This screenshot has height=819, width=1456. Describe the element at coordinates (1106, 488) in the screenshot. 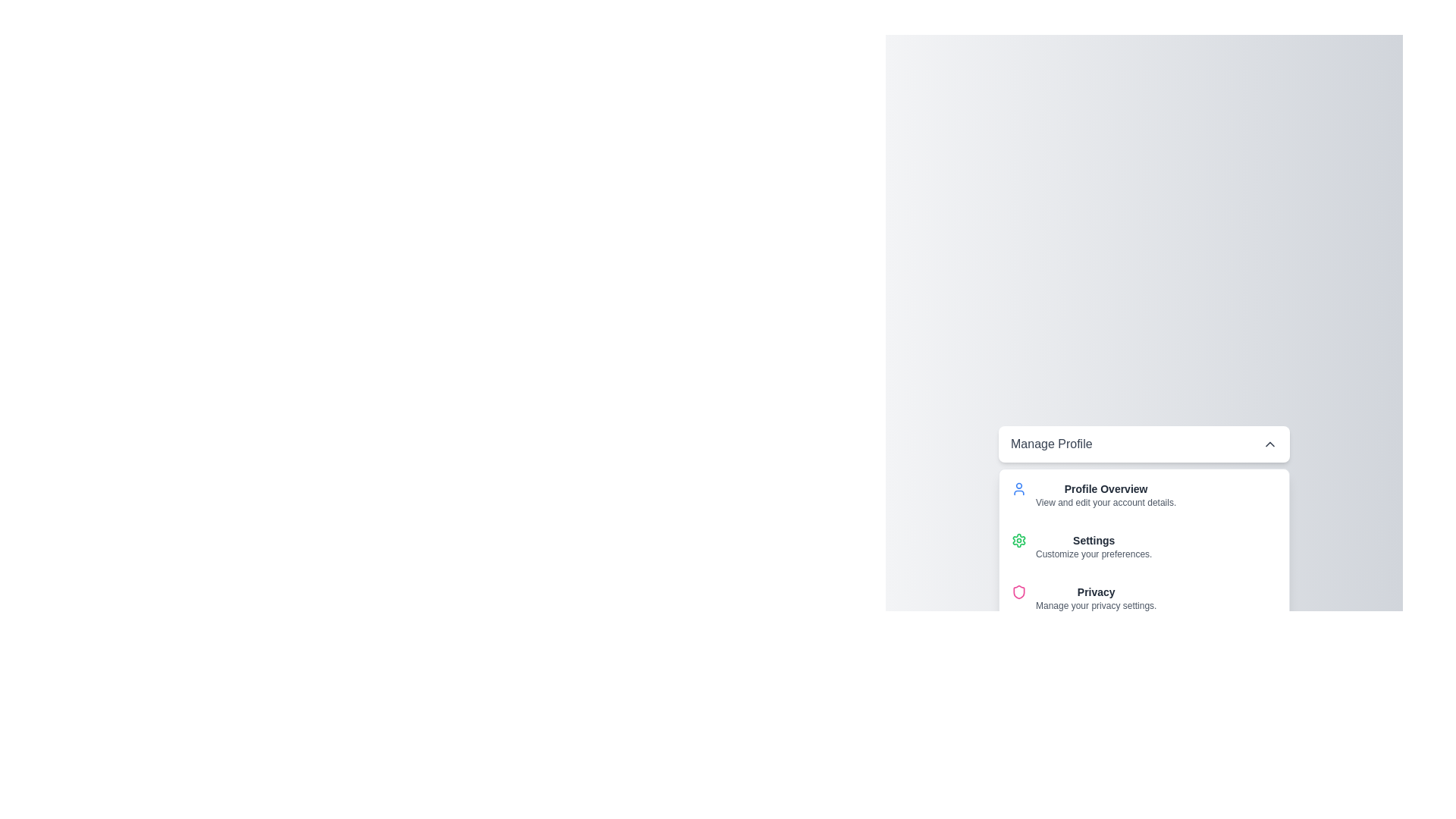

I see `the text label displaying 'Profile Overview' in bold, dark gray font, located at the top of the section under the 'Manage Profile' heading` at that location.